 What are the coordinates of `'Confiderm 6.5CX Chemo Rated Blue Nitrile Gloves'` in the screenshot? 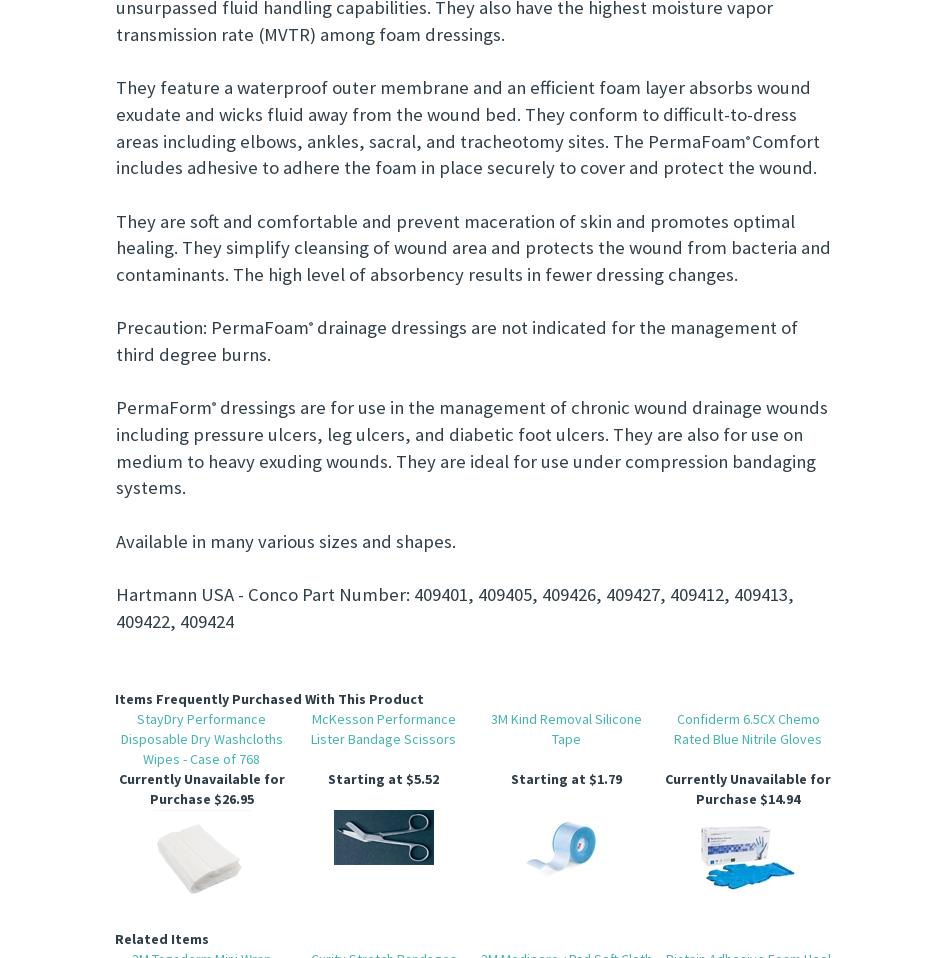 It's located at (747, 729).